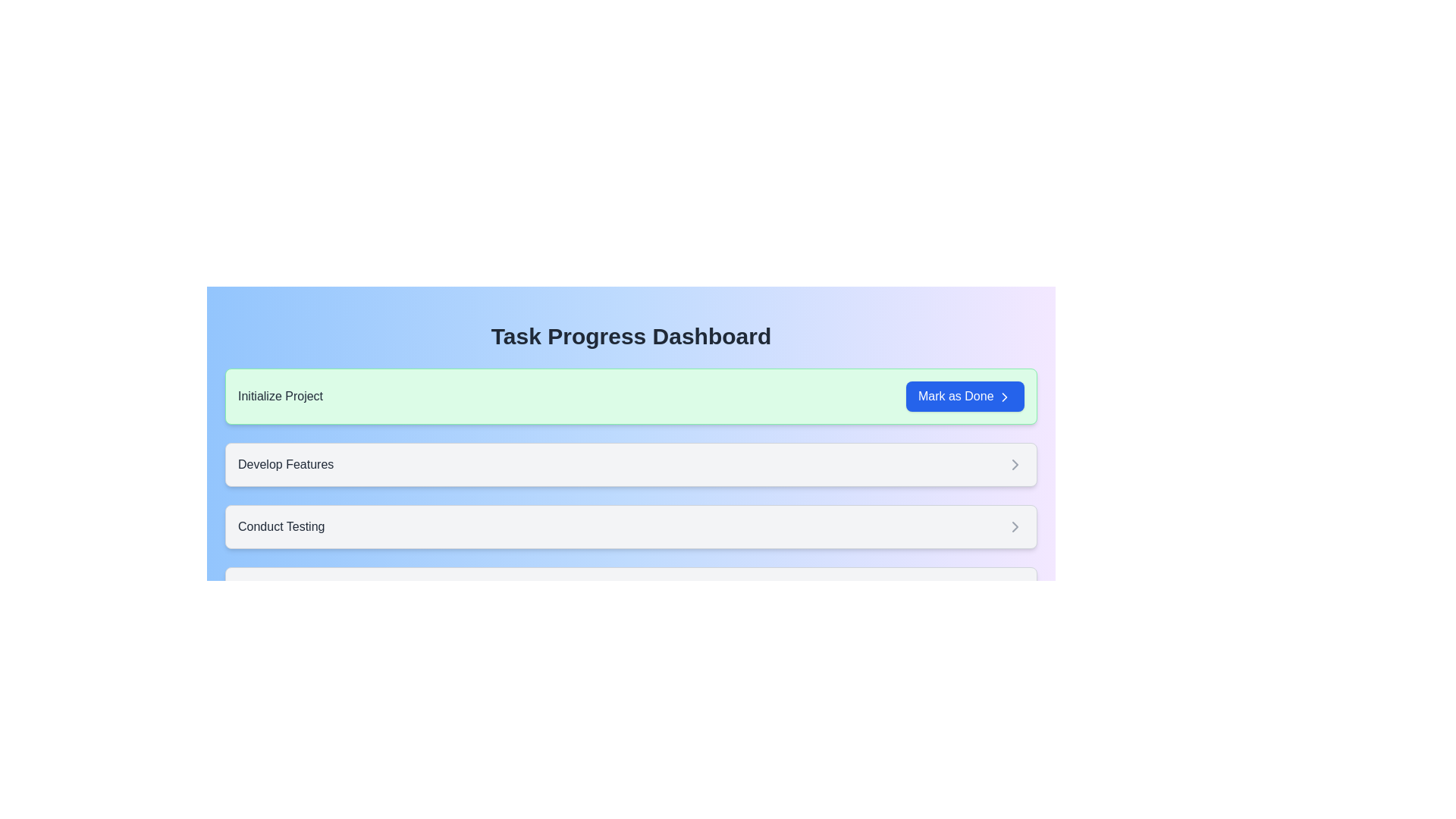  I want to click on the small rightward-pointing chevron icon located near the right edge of the 'Initialize Project' task row in the task progress dashboard, so click(1004, 396).